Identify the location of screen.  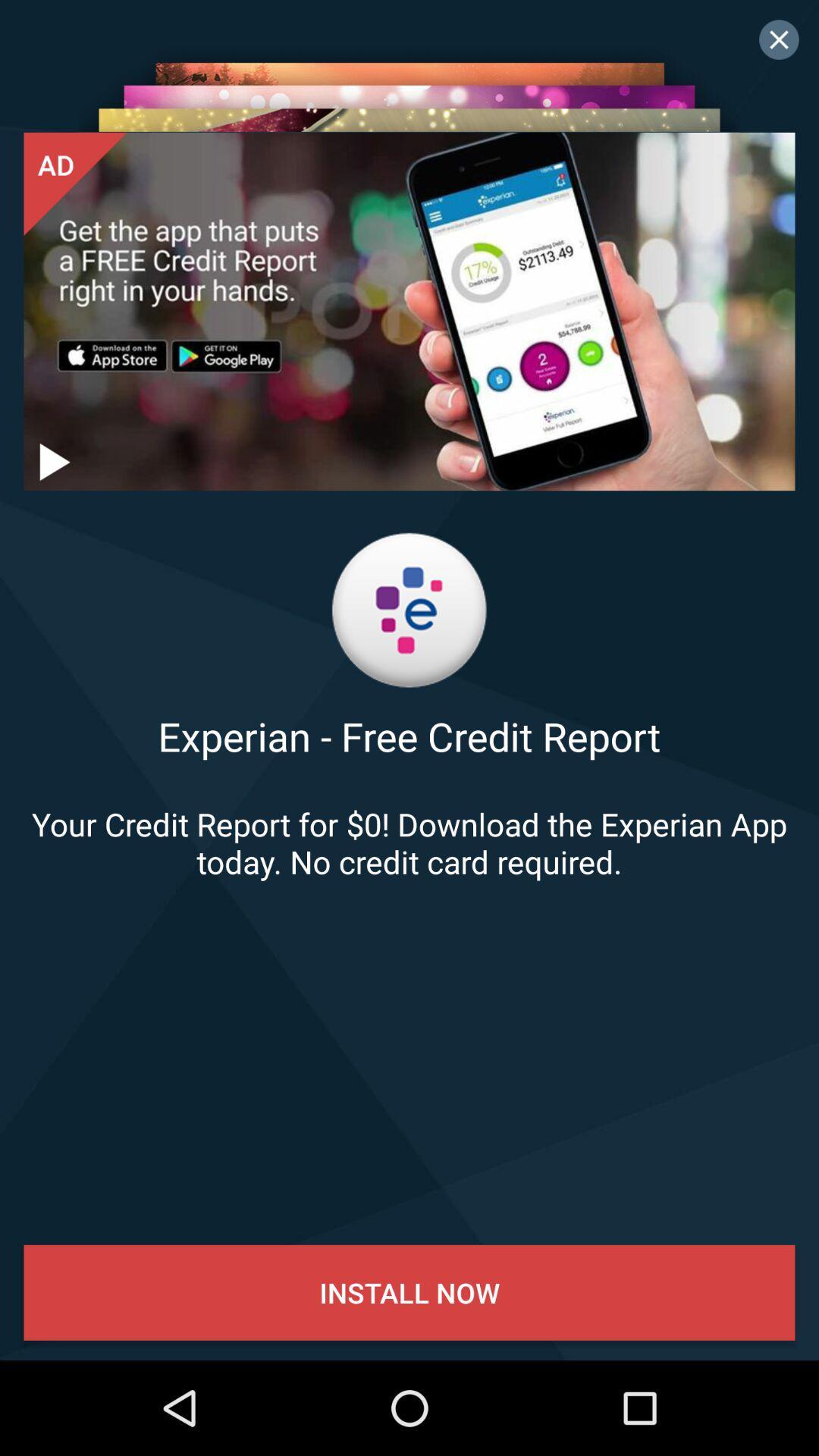
(779, 39).